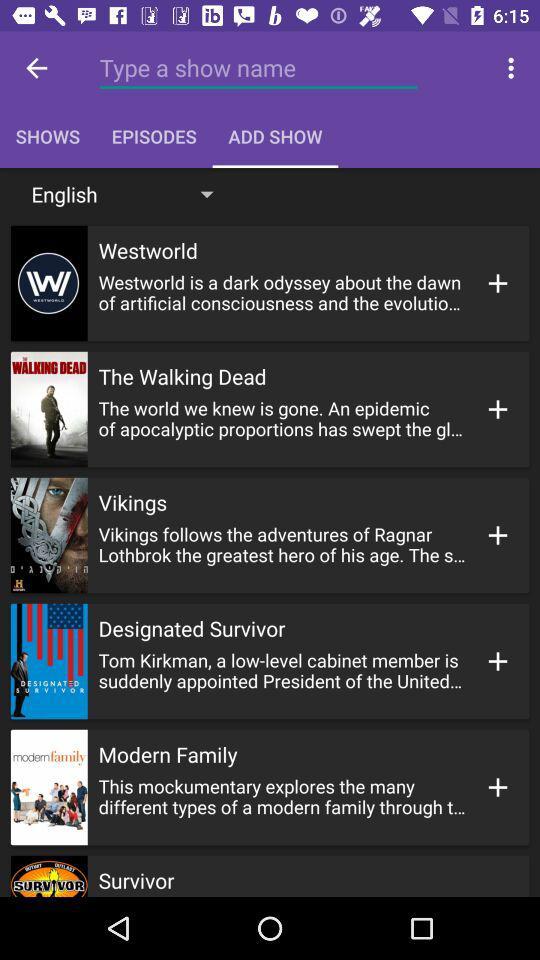  Describe the element at coordinates (258, 68) in the screenshot. I see `a show name` at that location.